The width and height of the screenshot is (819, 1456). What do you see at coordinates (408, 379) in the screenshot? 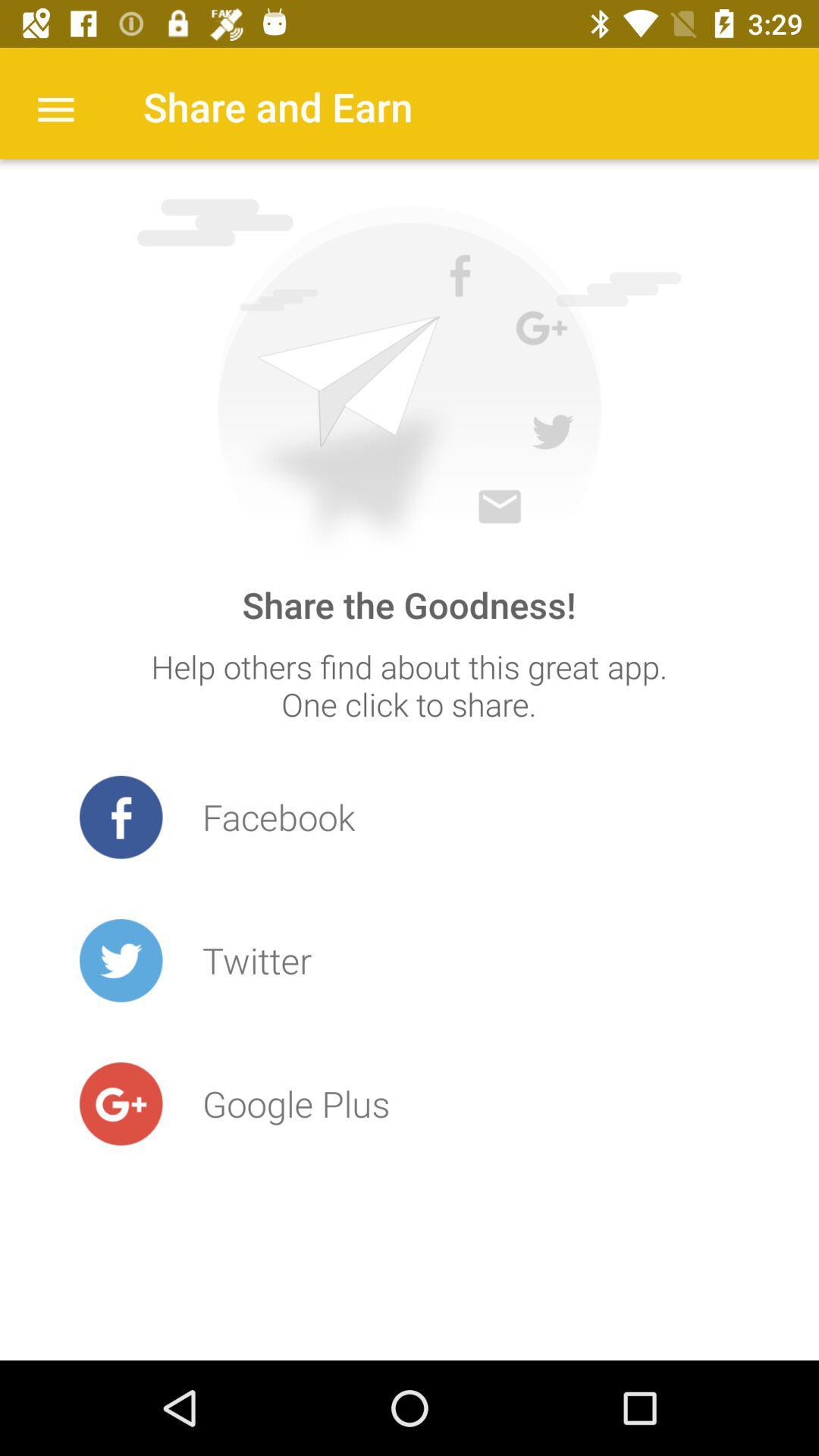
I see `icon above the share the goodness! item` at bounding box center [408, 379].